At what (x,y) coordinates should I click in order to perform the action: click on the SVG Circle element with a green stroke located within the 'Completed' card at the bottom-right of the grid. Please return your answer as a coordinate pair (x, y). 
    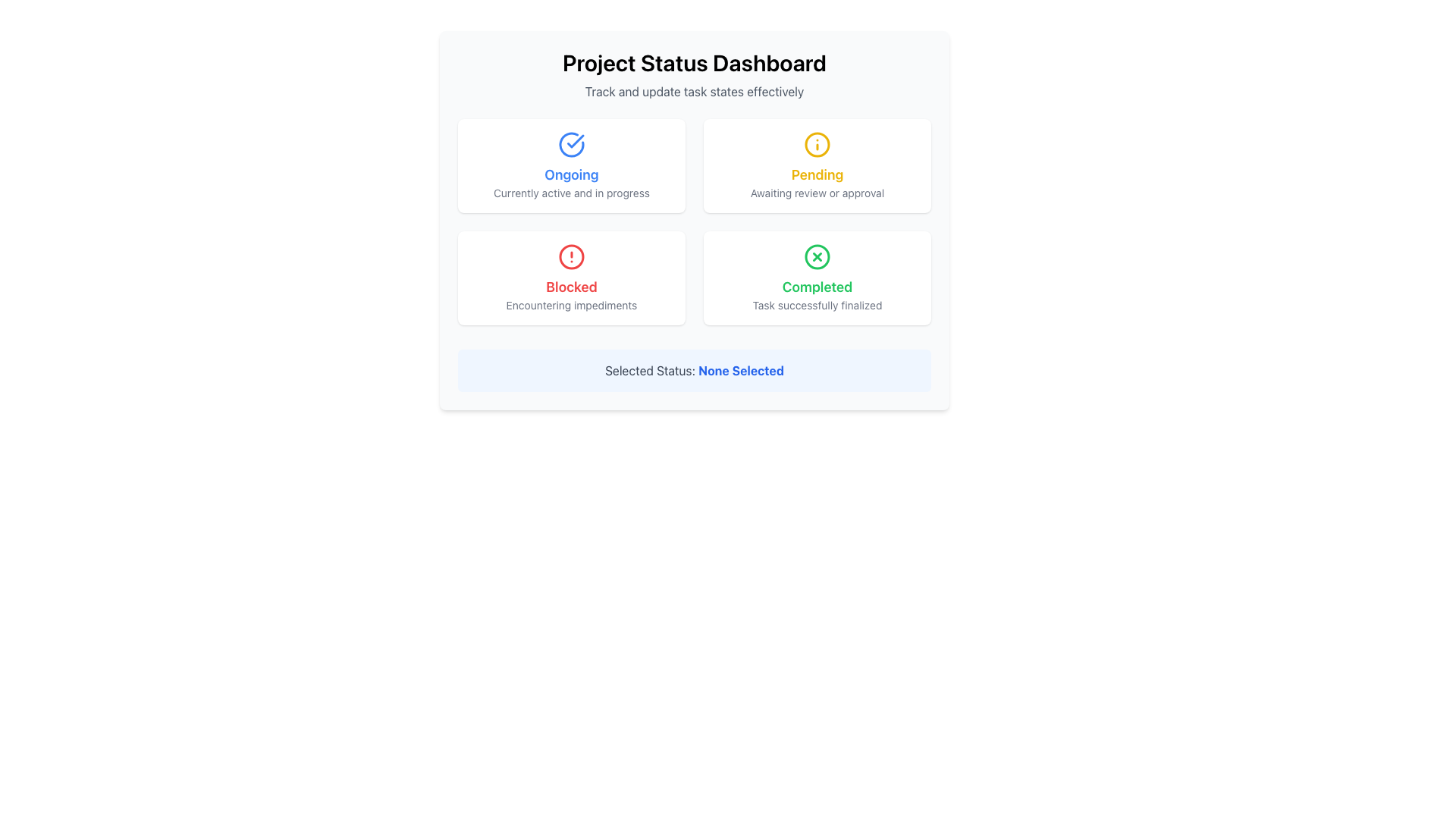
    Looking at the image, I should click on (817, 256).